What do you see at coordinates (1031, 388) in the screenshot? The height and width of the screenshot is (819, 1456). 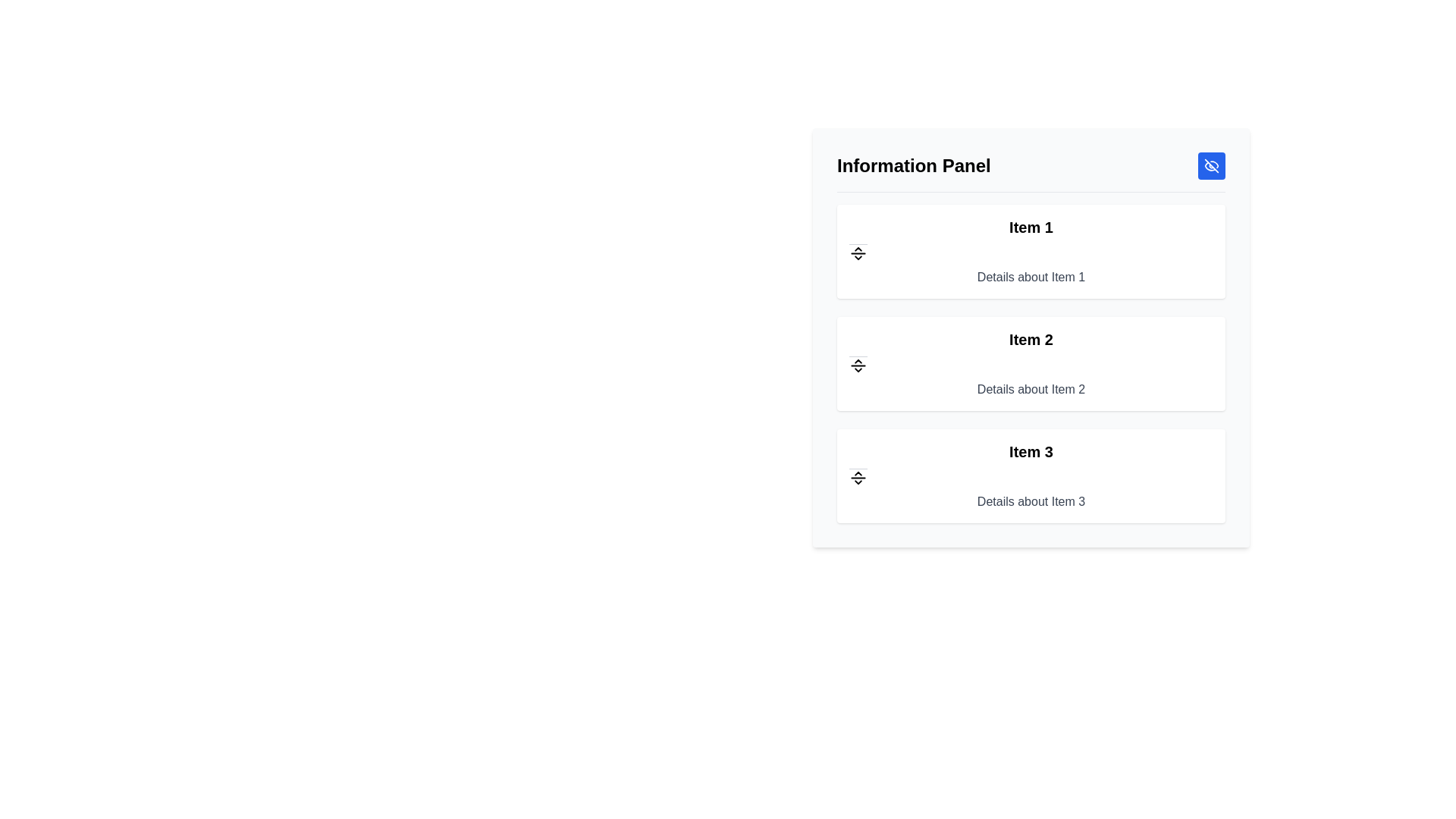 I see `the Text Label located below the horizontal separator of 'Item 2'` at bounding box center [1031, 388].